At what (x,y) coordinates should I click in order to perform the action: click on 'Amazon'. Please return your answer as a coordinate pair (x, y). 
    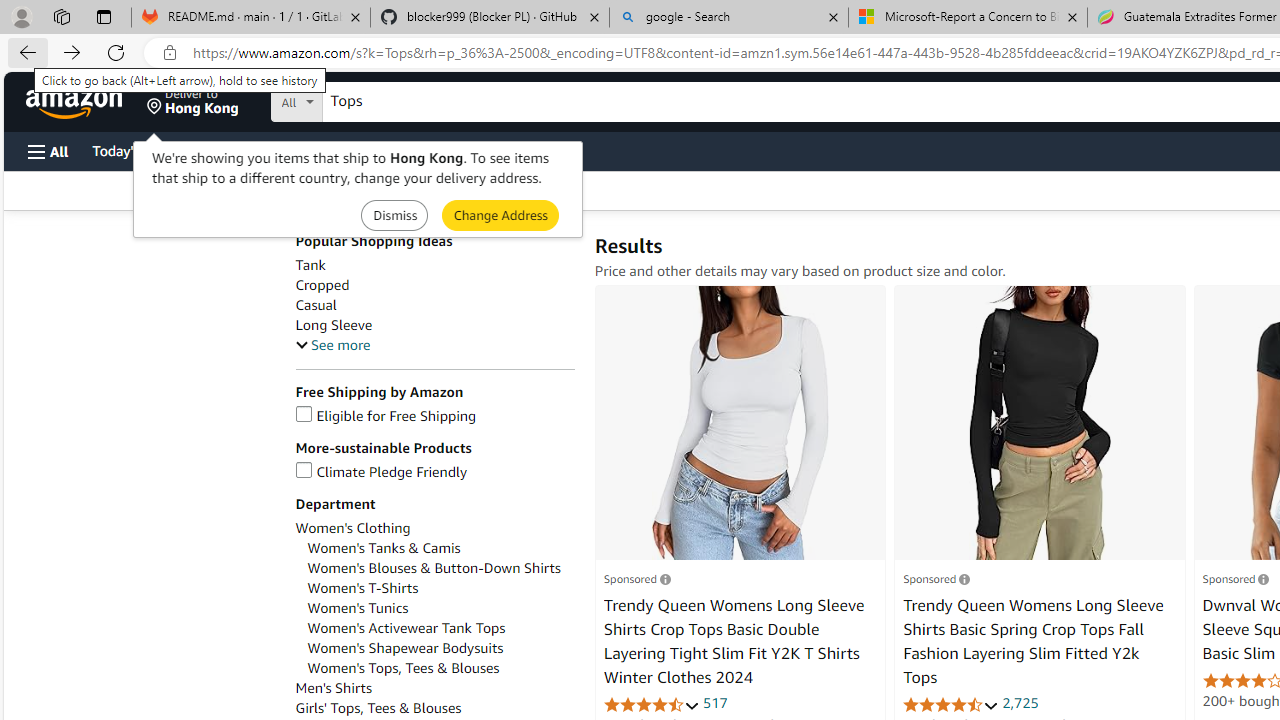
    Looking at the image, I should click on (76, 101).